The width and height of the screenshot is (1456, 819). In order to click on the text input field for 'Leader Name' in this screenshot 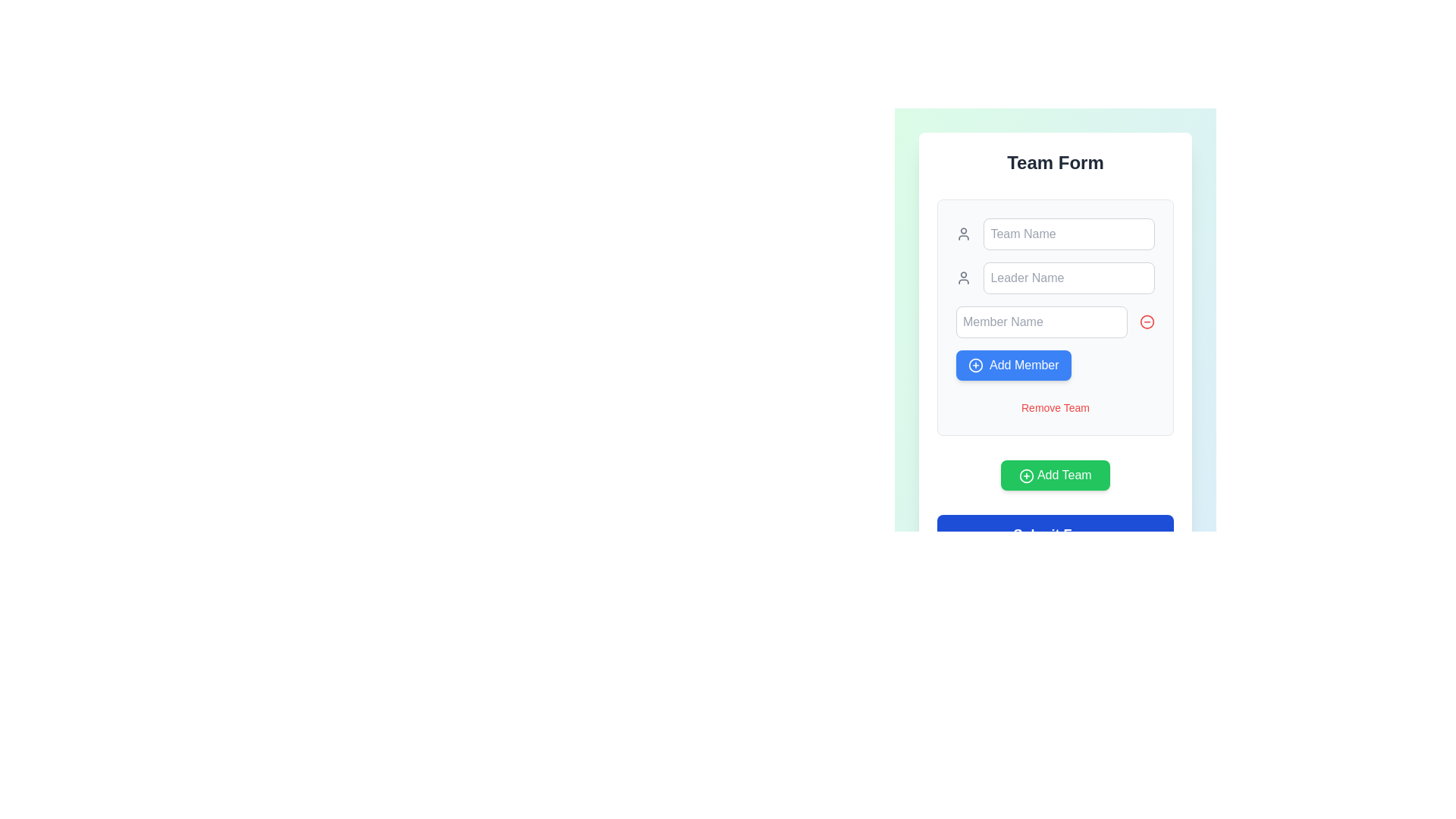, I will do `click(1068, 278)`.